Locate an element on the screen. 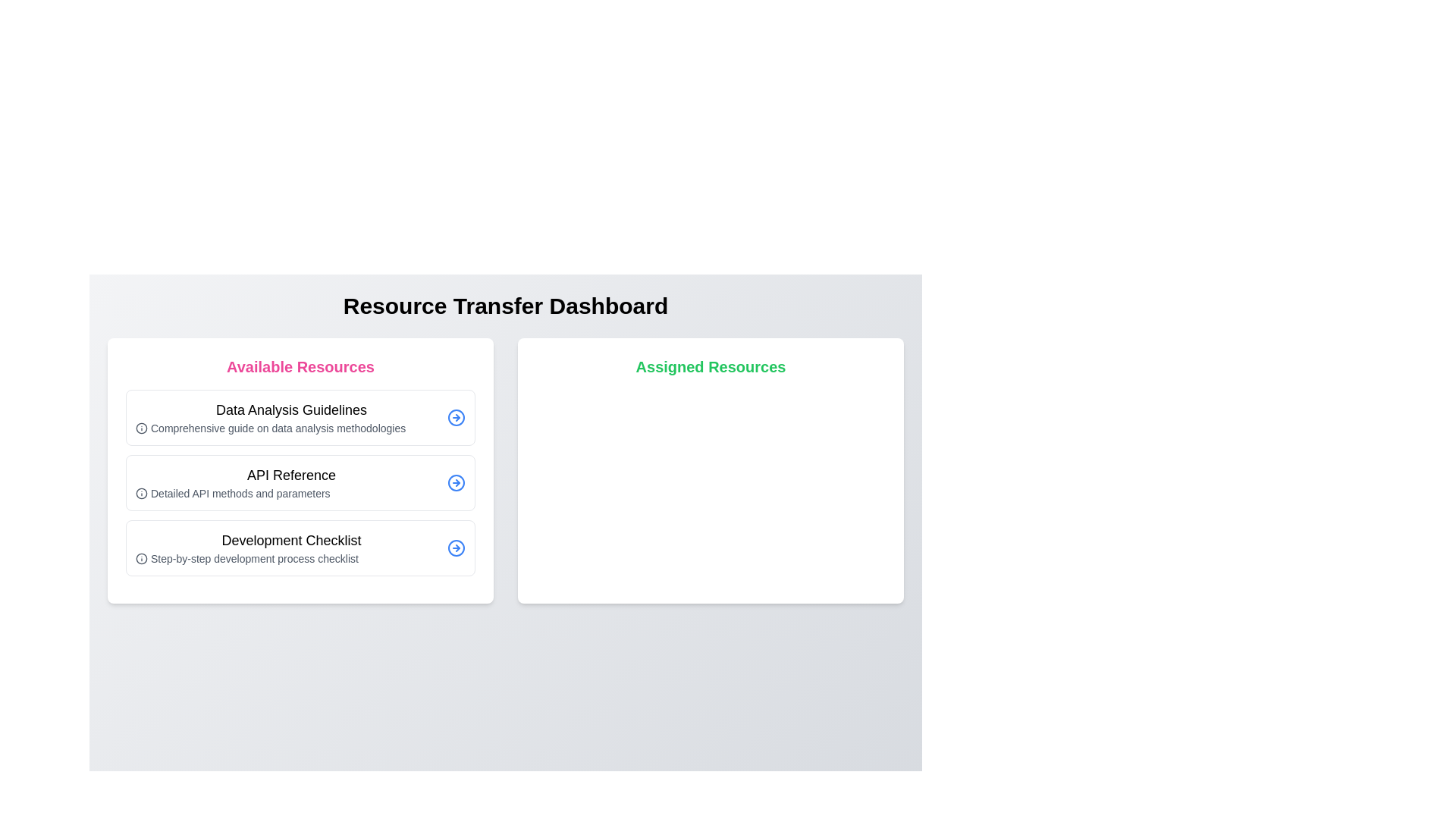 This screenshot has height=819, width=1456. the central SVG Circle Element in the 'API Reference' icon located in the 'Available Resources' section is located at coordinates (455, 482).